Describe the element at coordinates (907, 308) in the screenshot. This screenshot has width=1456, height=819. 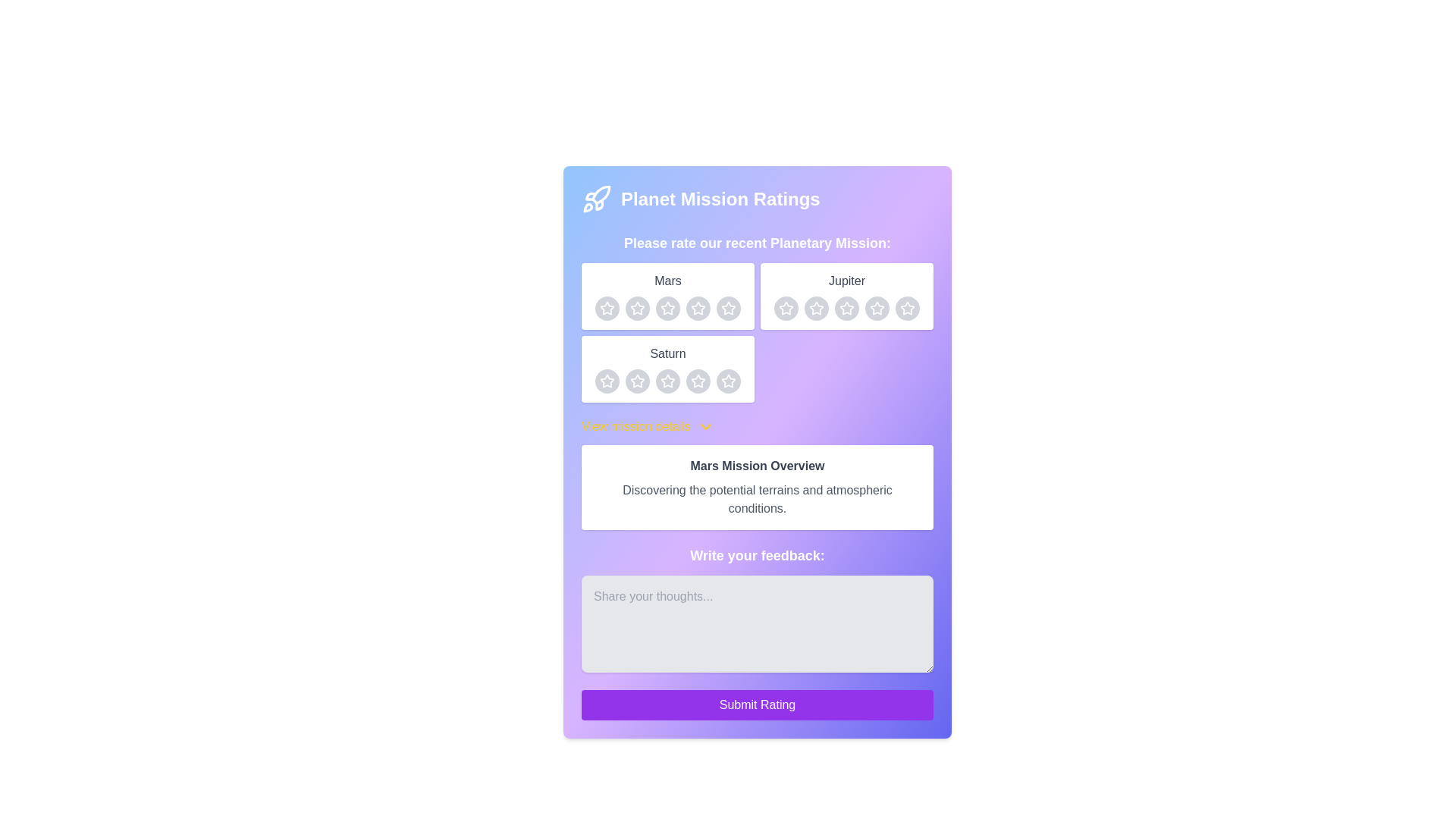
I see `the circular button in the fifth position of the star rating system under the Jupiter section for accessibility` at that location.